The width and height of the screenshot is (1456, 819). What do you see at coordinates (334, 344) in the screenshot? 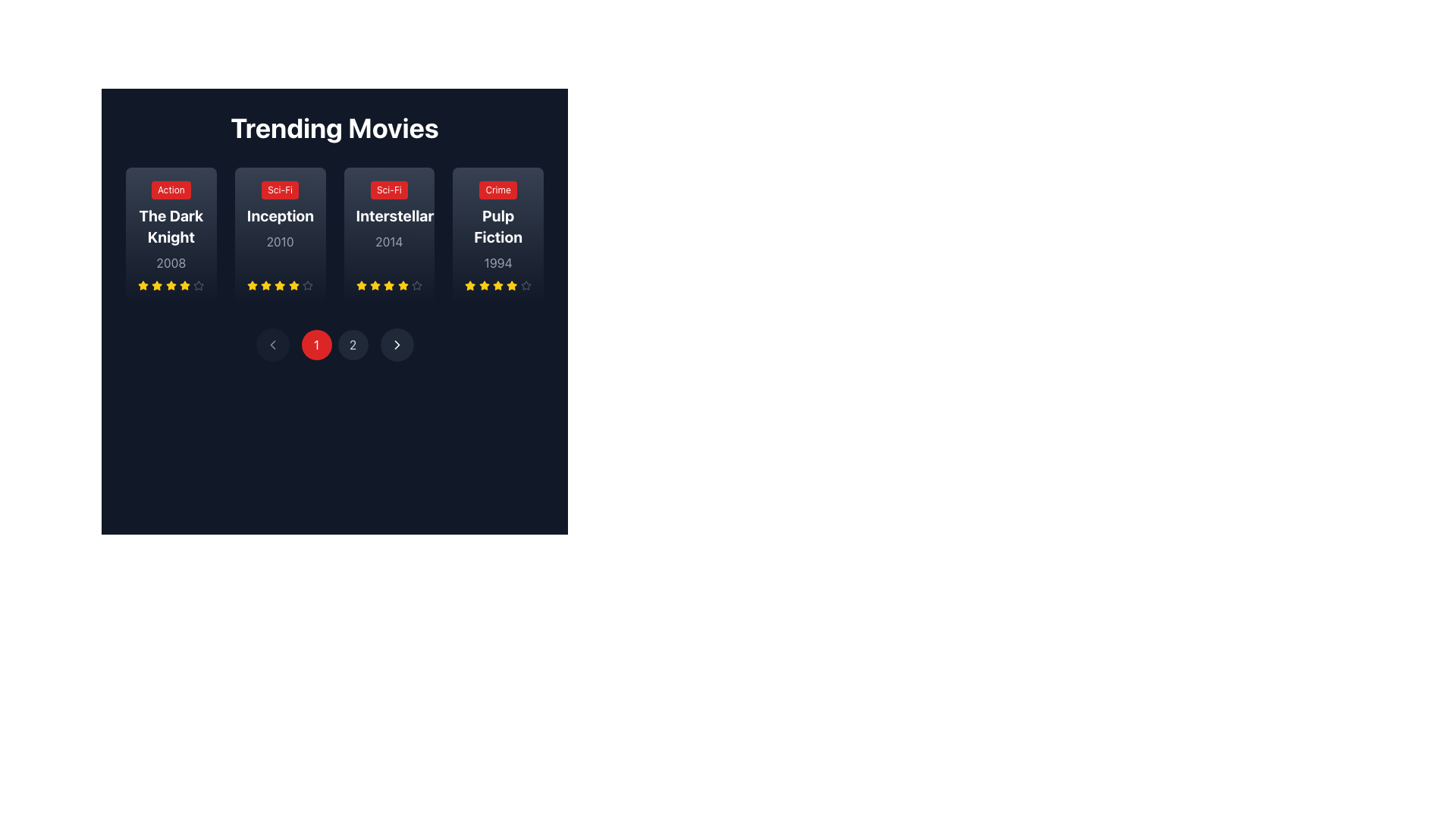
I see `the navigation button for the first page of displayed movies, located in the horizontal navigation bar beneath the movie cards` at bounding box center [334, 344].